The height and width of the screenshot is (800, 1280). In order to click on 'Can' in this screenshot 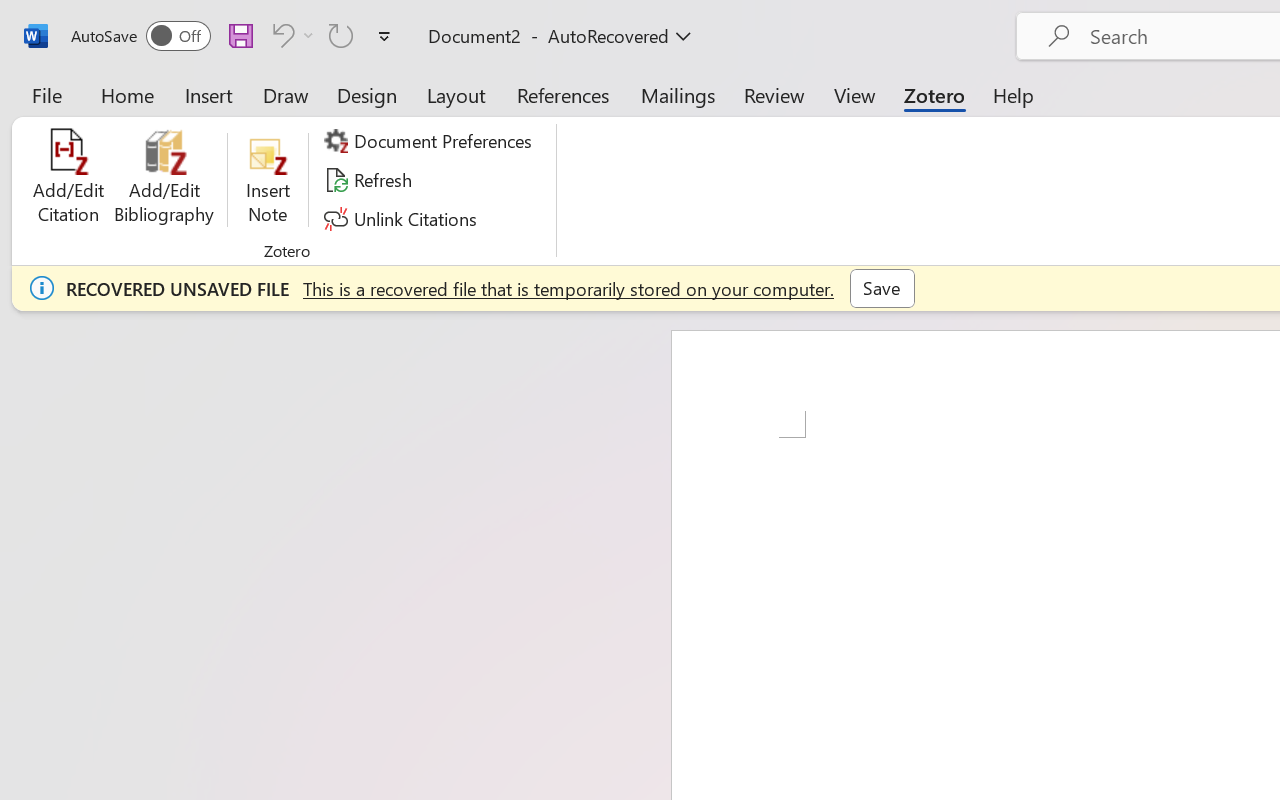, I will do `click(289, 34)`.